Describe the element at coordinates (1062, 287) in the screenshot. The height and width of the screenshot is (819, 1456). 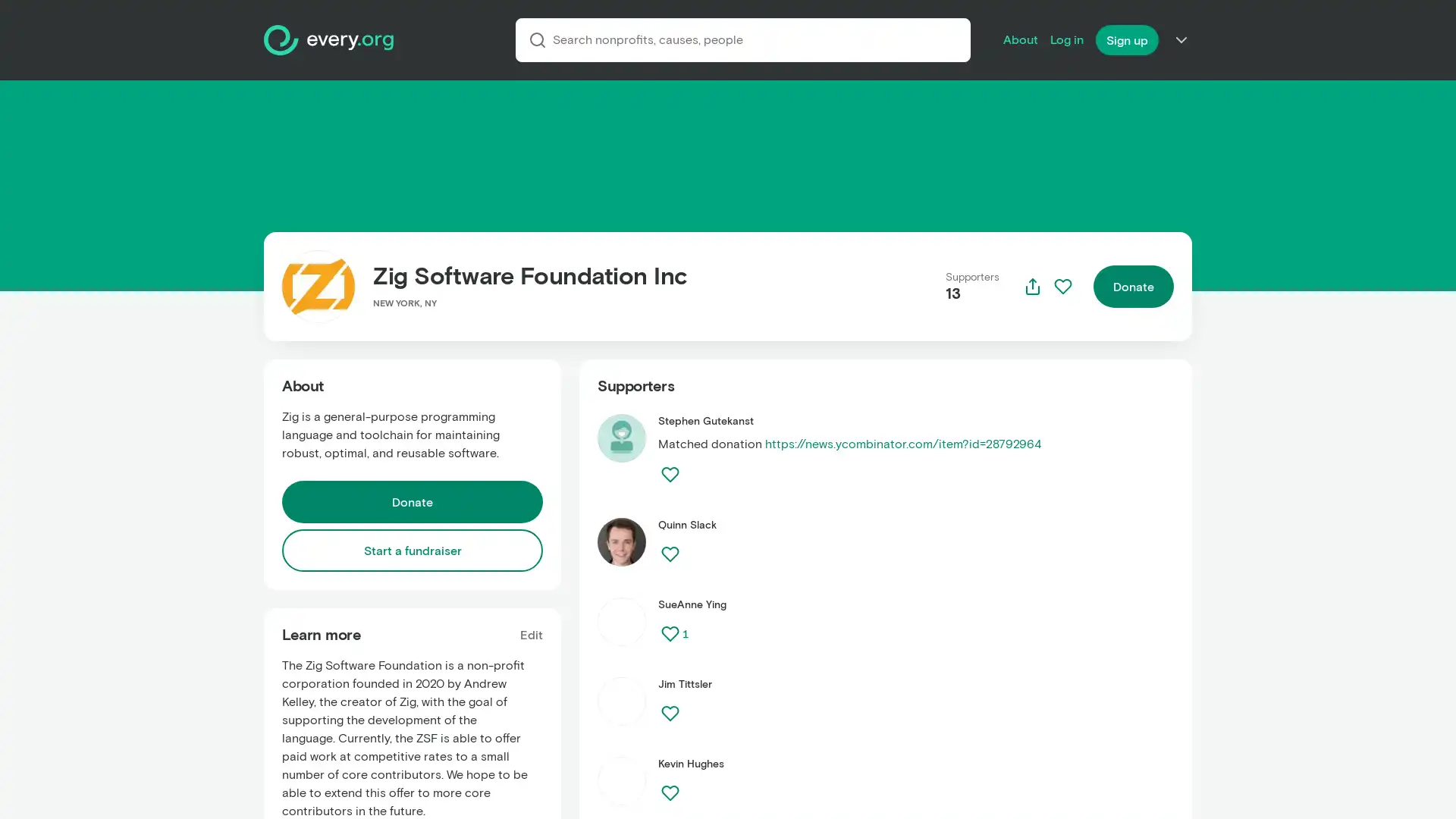
I see `Like nonprofit` at that location.